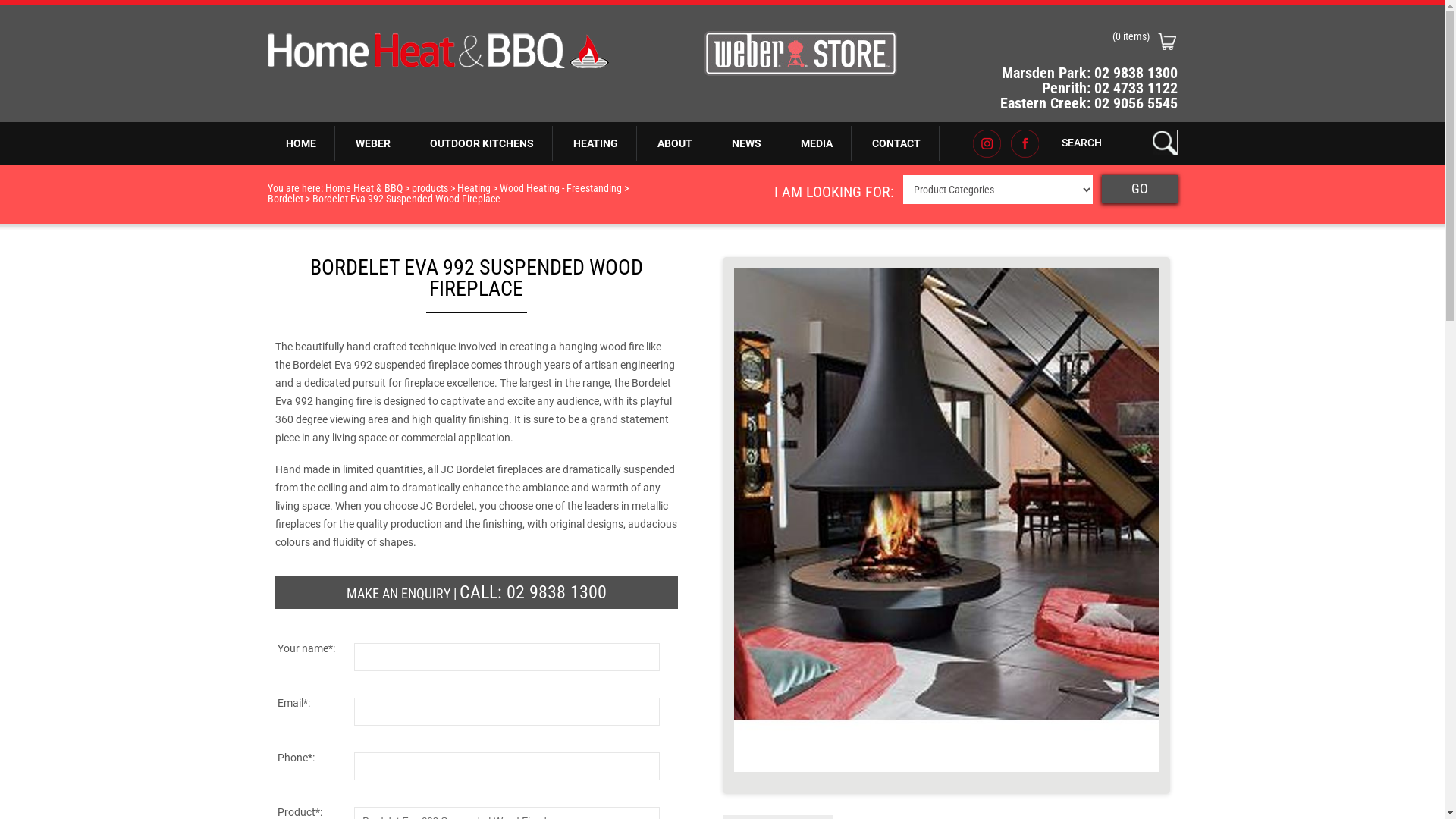 Image resolution: width=1456 pixels, height=819 pixels. What do you see at coordinates (896, 143) in the screenshot?
I see `'CONTACT'` at bounding box center [896, 143].